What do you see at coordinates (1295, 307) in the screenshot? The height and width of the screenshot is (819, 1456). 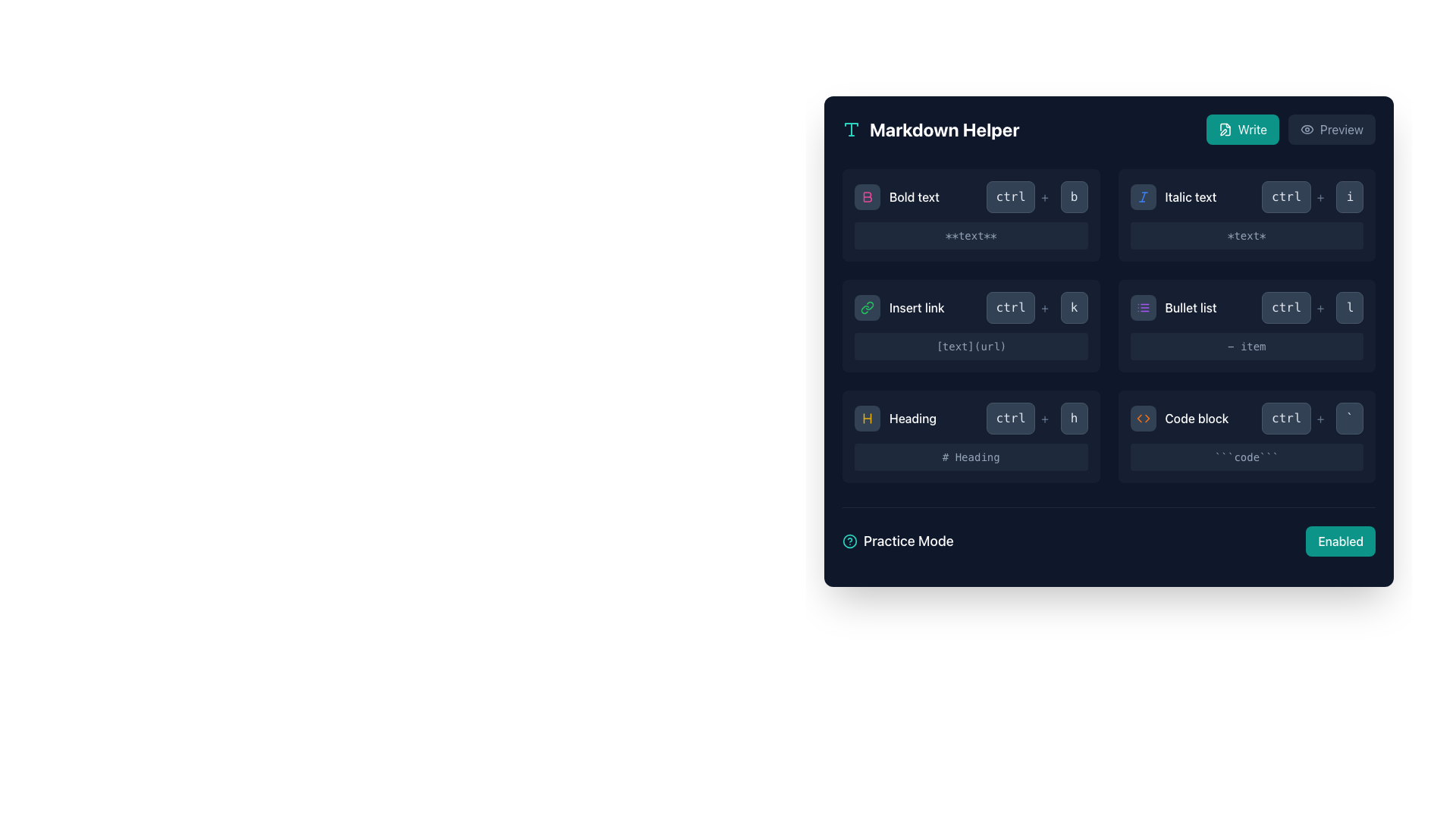 I see `the 'ctrl+' shortcut combination, which is styled with a button-like appearance for 'ctrl' and a lighter '+' adjacent to it` at bounding box center [1295, 307].